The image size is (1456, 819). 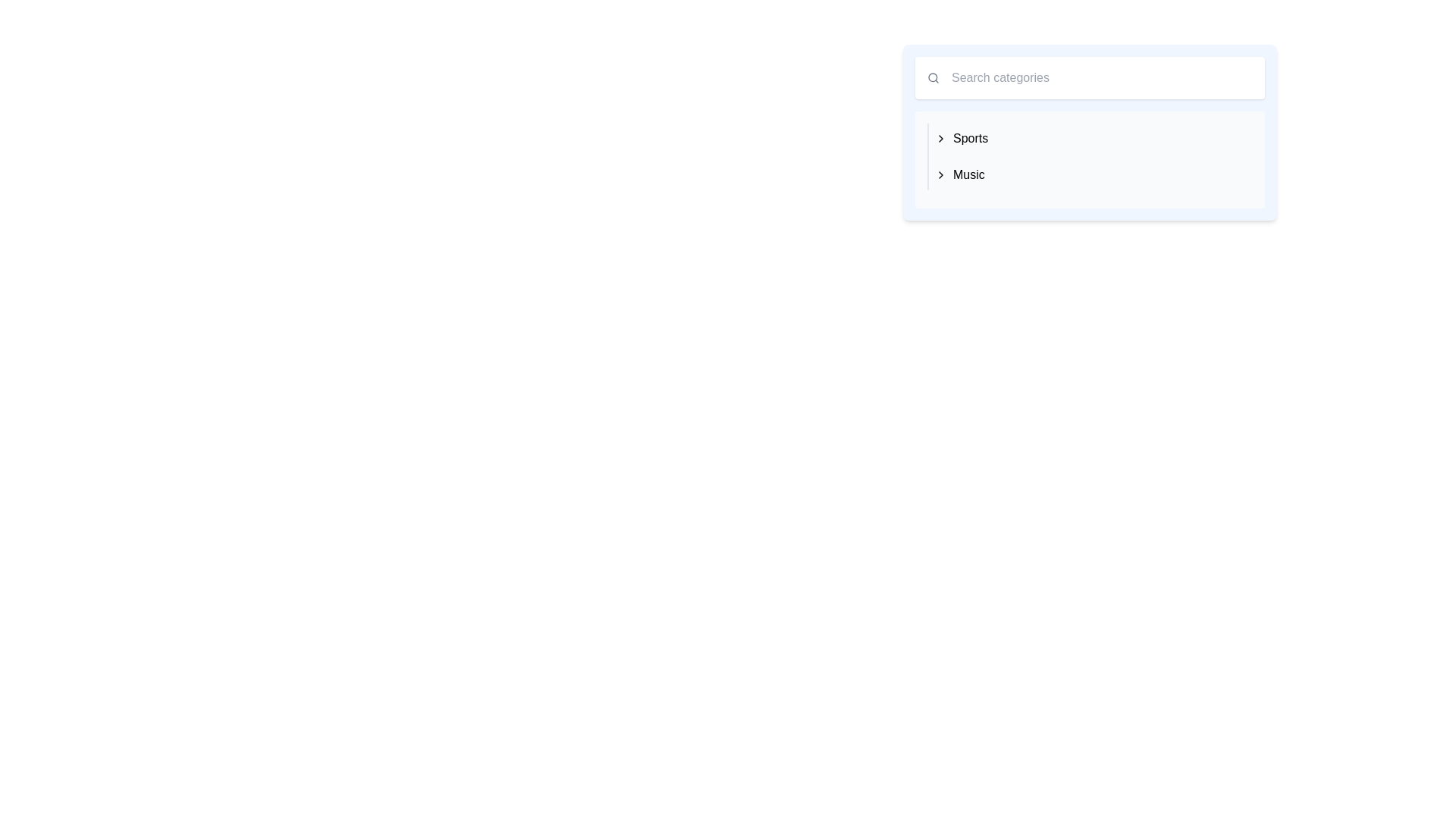 I want to click on the search icon located at the top-left corner of the search input field, which signifies search functionality, so click(x=932, y=78).